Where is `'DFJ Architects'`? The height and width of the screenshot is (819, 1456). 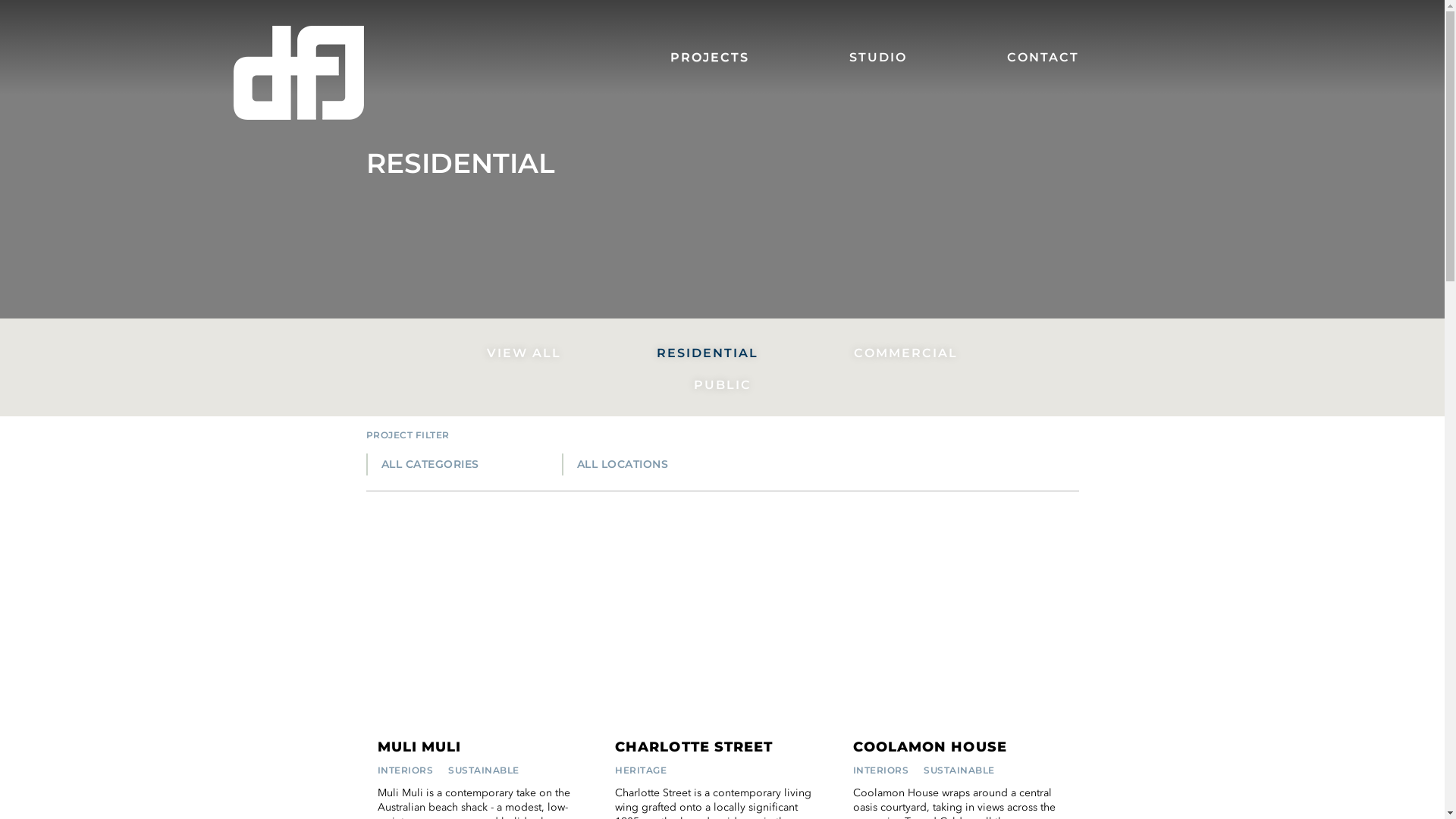
'DFJ Architects' is located at coordinates (298, 73).